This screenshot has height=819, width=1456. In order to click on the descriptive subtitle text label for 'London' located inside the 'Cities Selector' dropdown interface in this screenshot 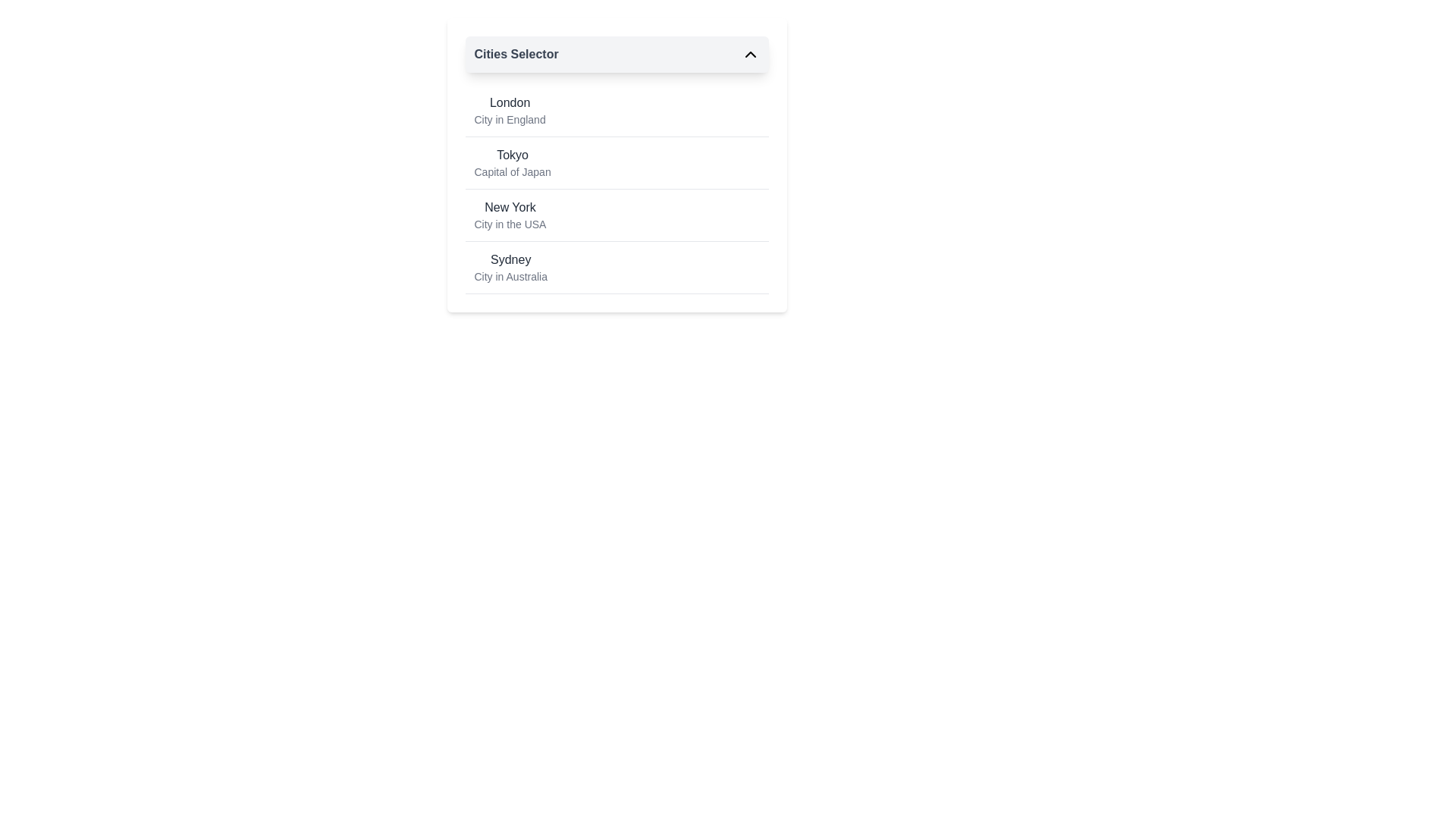, I will do `click(510, 119)`.